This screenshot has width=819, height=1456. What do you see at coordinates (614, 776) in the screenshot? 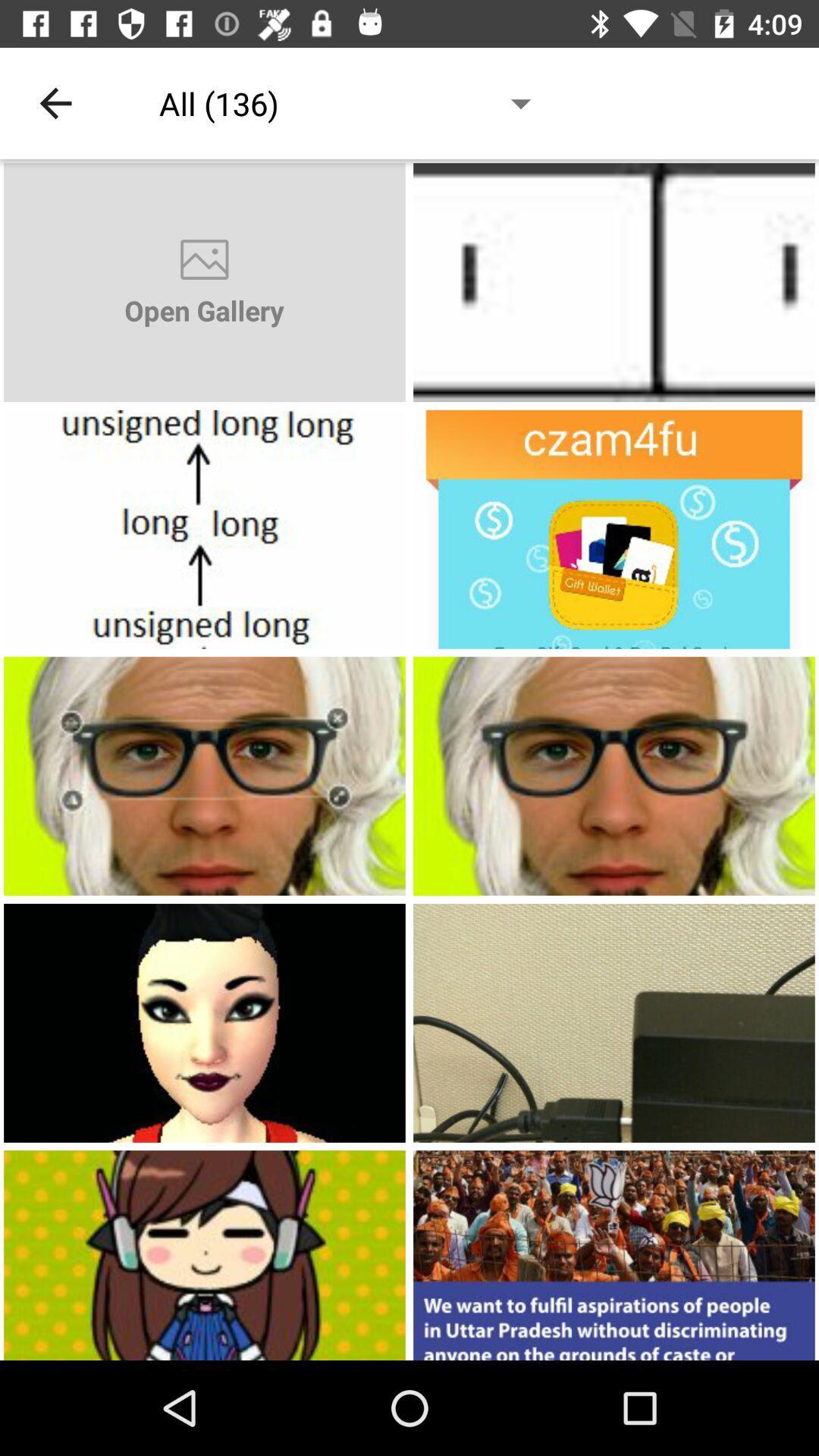
I see `open photo` at bounding box center [614, 776].